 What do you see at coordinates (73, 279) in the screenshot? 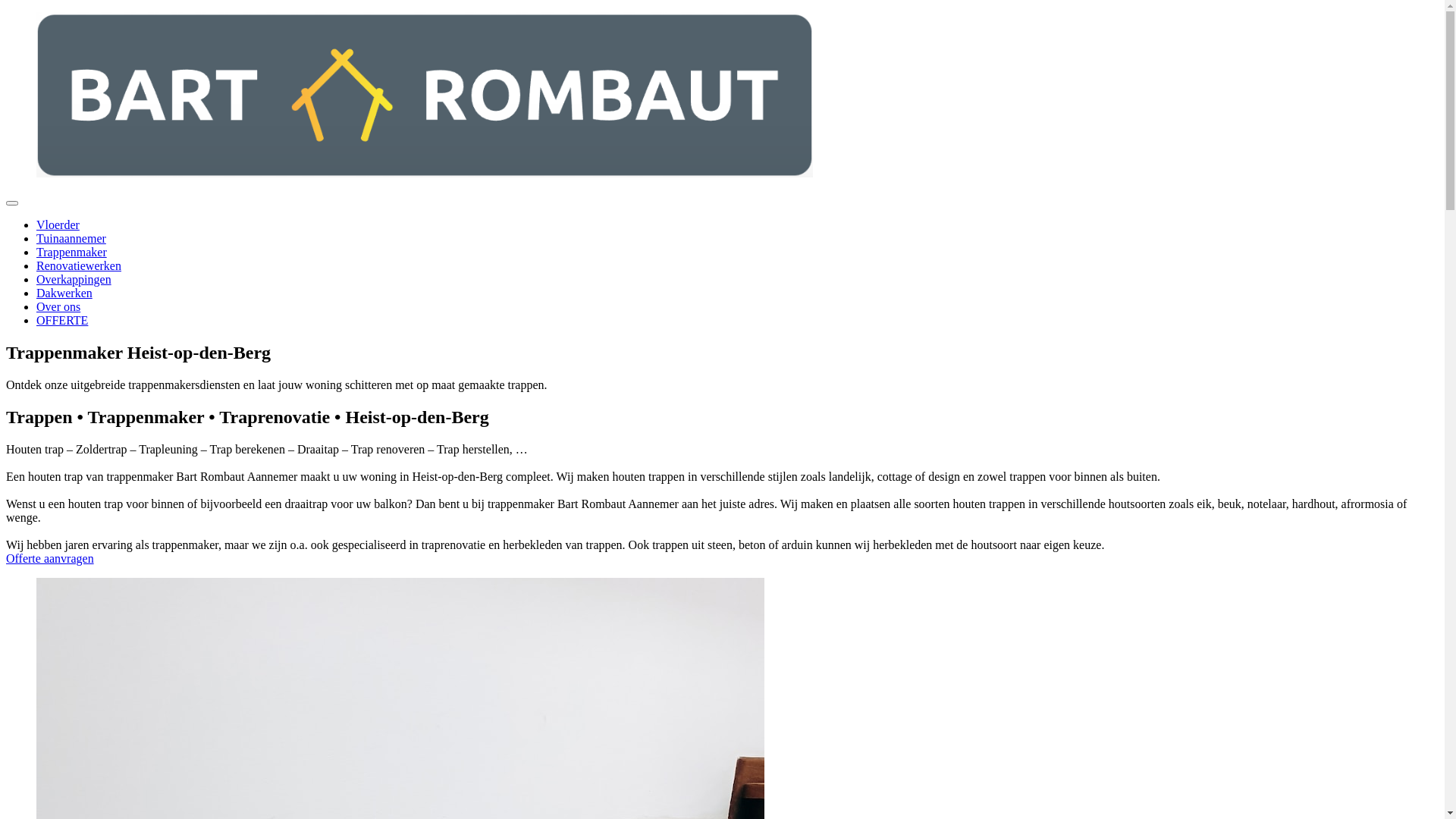
I see `'Overkappingen'` at bounding box center [73, 279].